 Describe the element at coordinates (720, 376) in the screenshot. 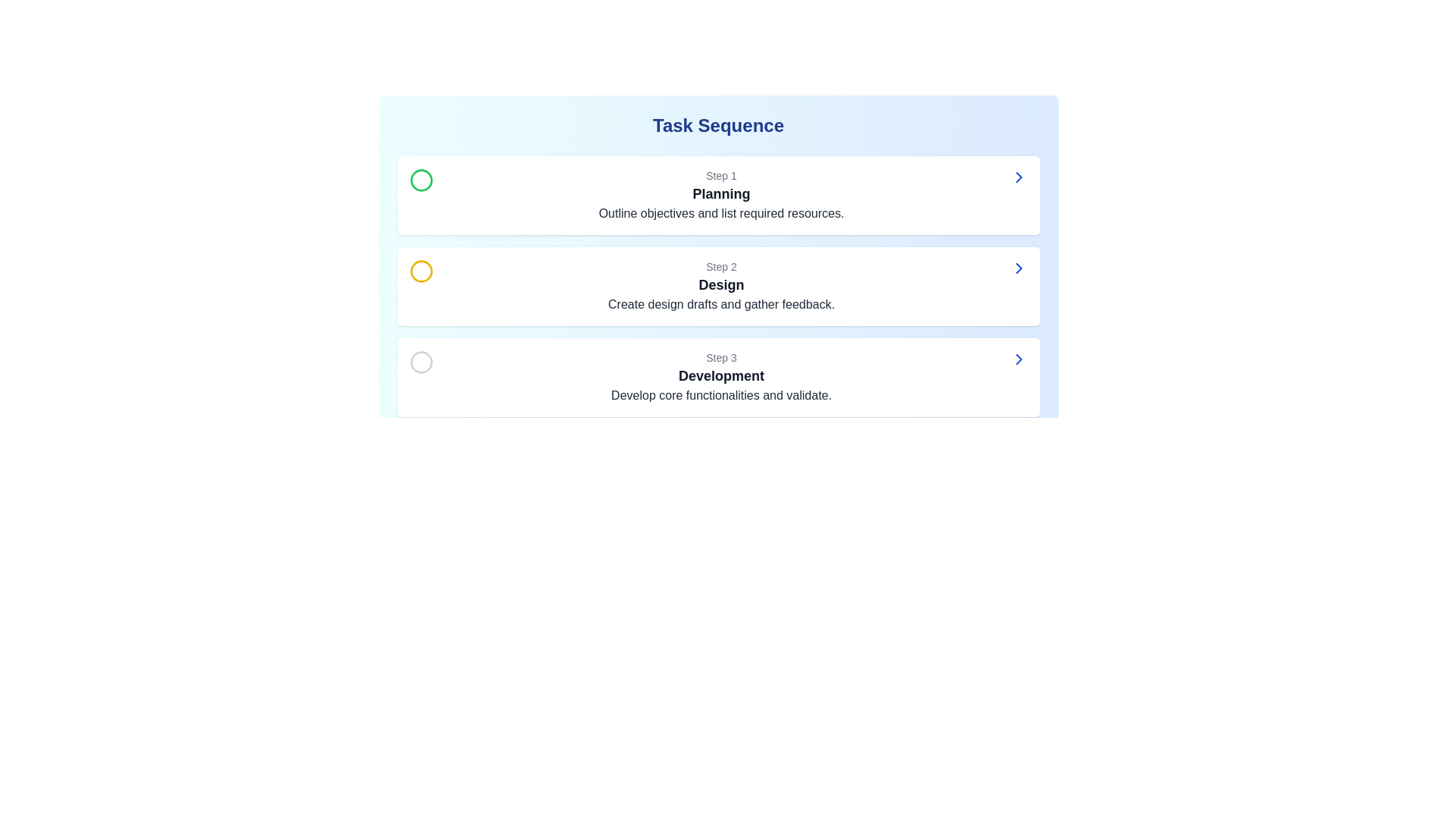

I see `the textual description element for the third step in the task sequence, titled 'Development', which provides guidance about developing core functionalities and validating them` at that location.